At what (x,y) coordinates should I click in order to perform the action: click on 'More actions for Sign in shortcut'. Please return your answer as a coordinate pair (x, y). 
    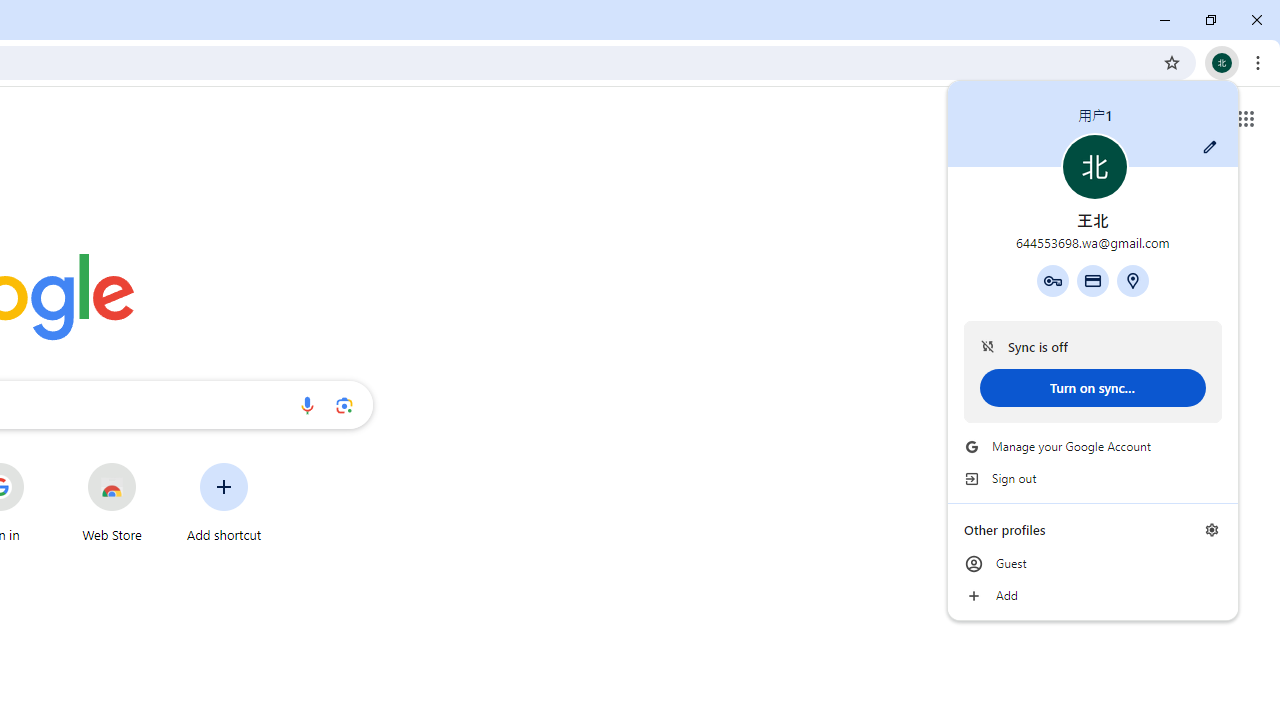
    Looking at the image, I should click on (39, 464).